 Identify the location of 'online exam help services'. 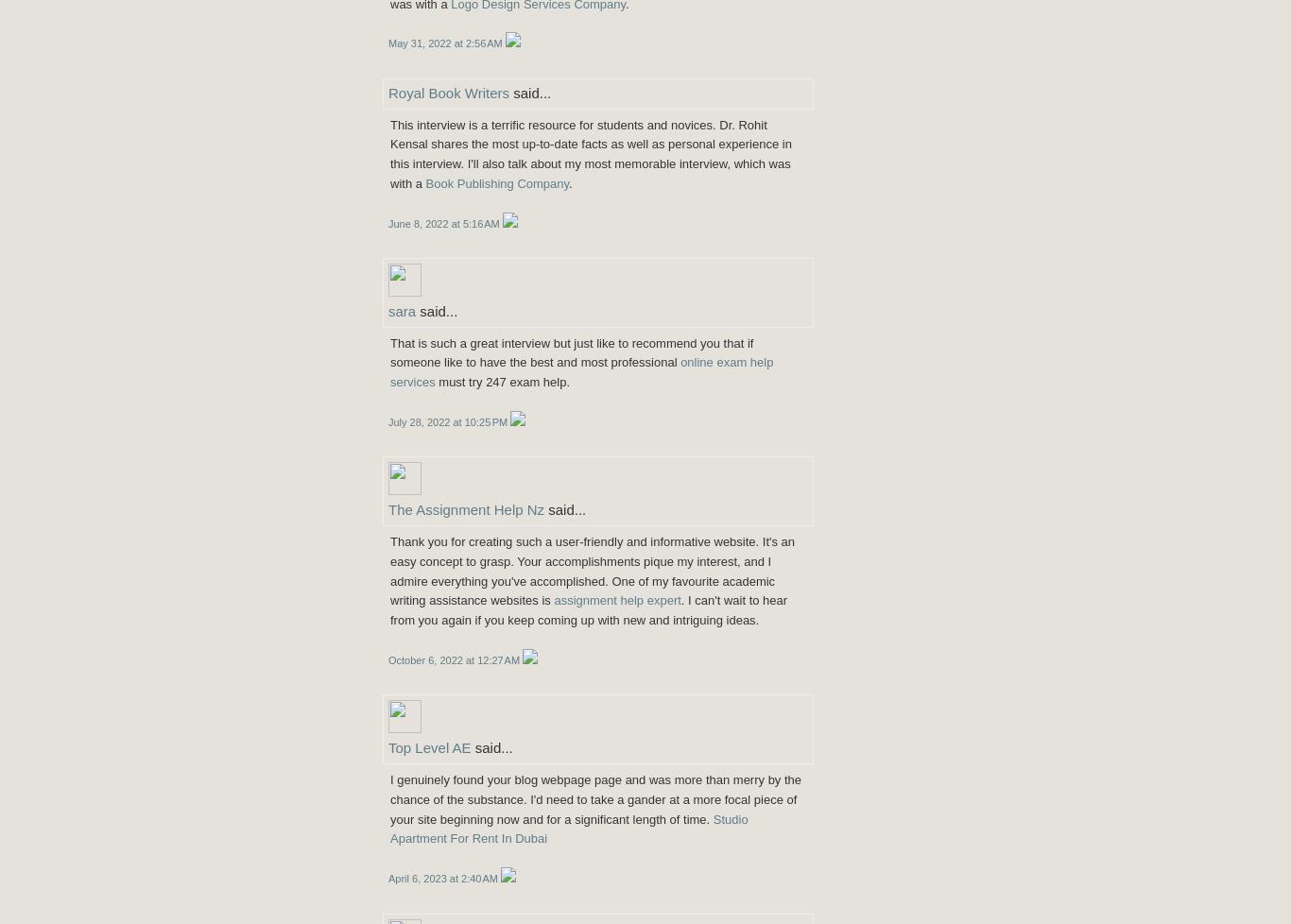
(580, 371).